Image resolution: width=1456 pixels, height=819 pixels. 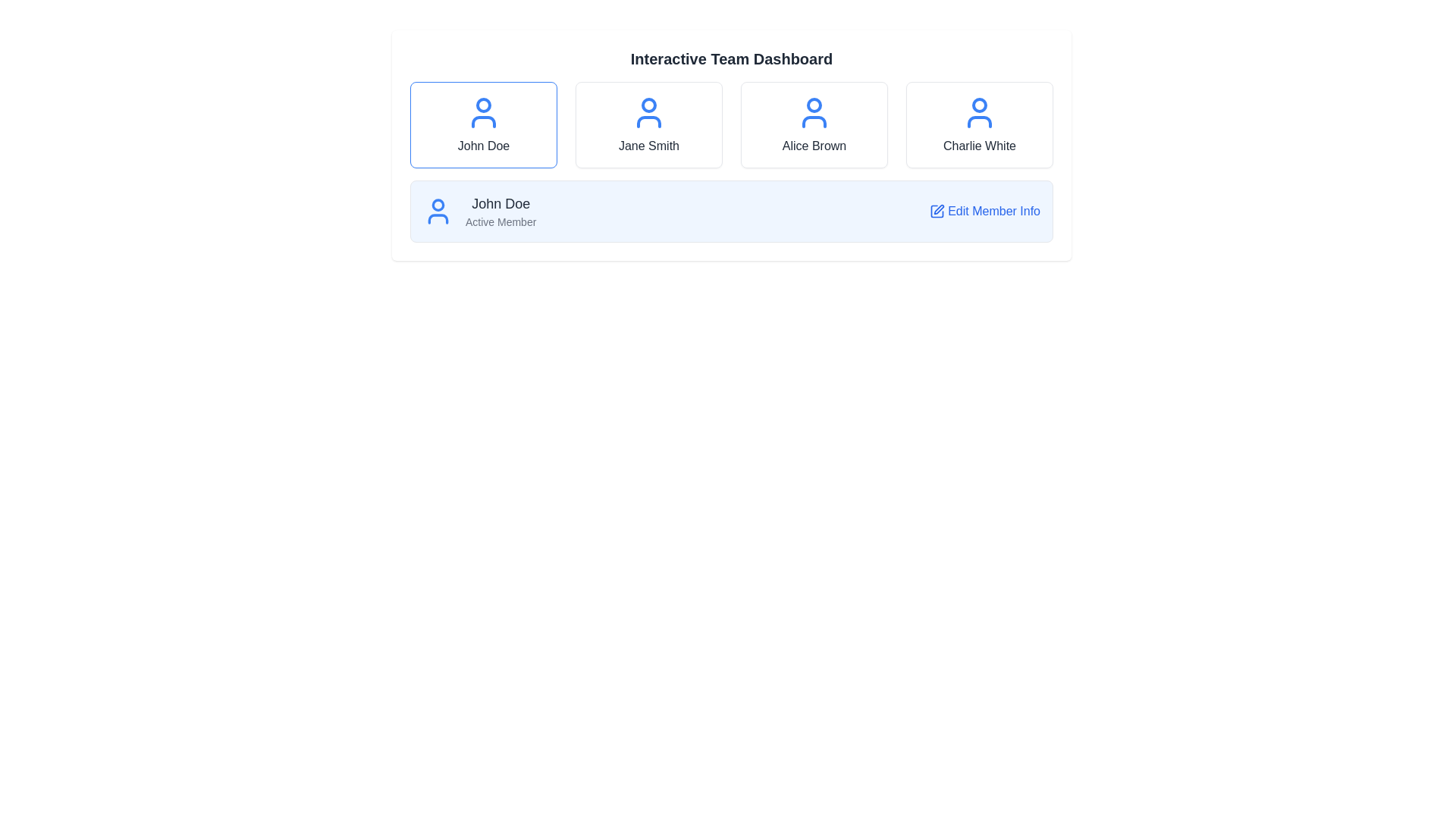 What do you see at coordinates (979, 146) in the screenshot?
I see `the text label displaying the name 'Charlie White' associated with a user profile in the interactive team dashboard` at bounding box center [979, 146].